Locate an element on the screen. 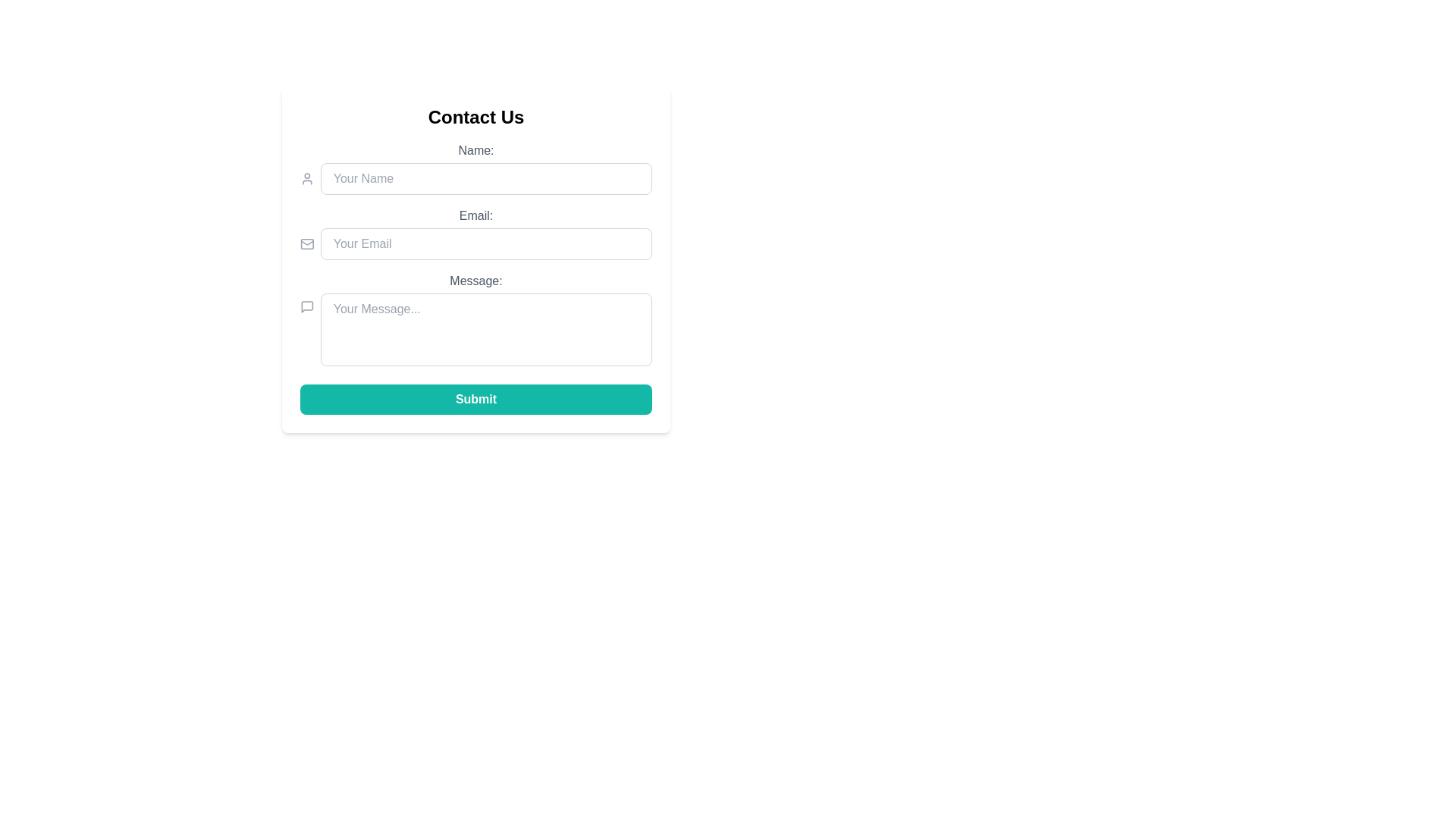 The image size is (1456, 819). the decorative icon located to the left of the 'Your Name' input field in the contact form layout is located at coordinates (306, 177).